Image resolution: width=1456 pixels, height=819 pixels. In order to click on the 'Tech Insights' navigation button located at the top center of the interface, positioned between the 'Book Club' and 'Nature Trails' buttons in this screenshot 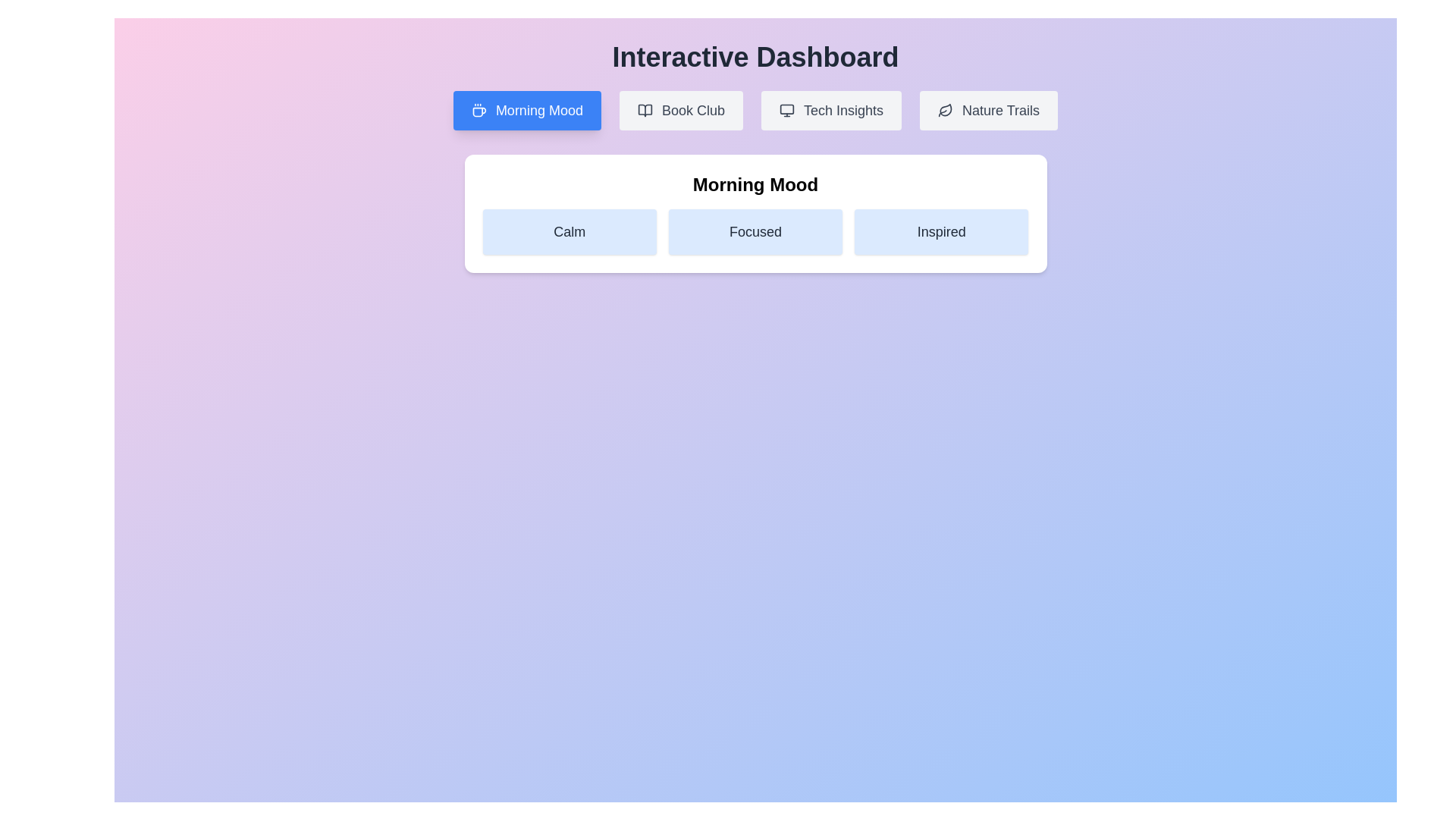, I will do `click(830, 110)`.